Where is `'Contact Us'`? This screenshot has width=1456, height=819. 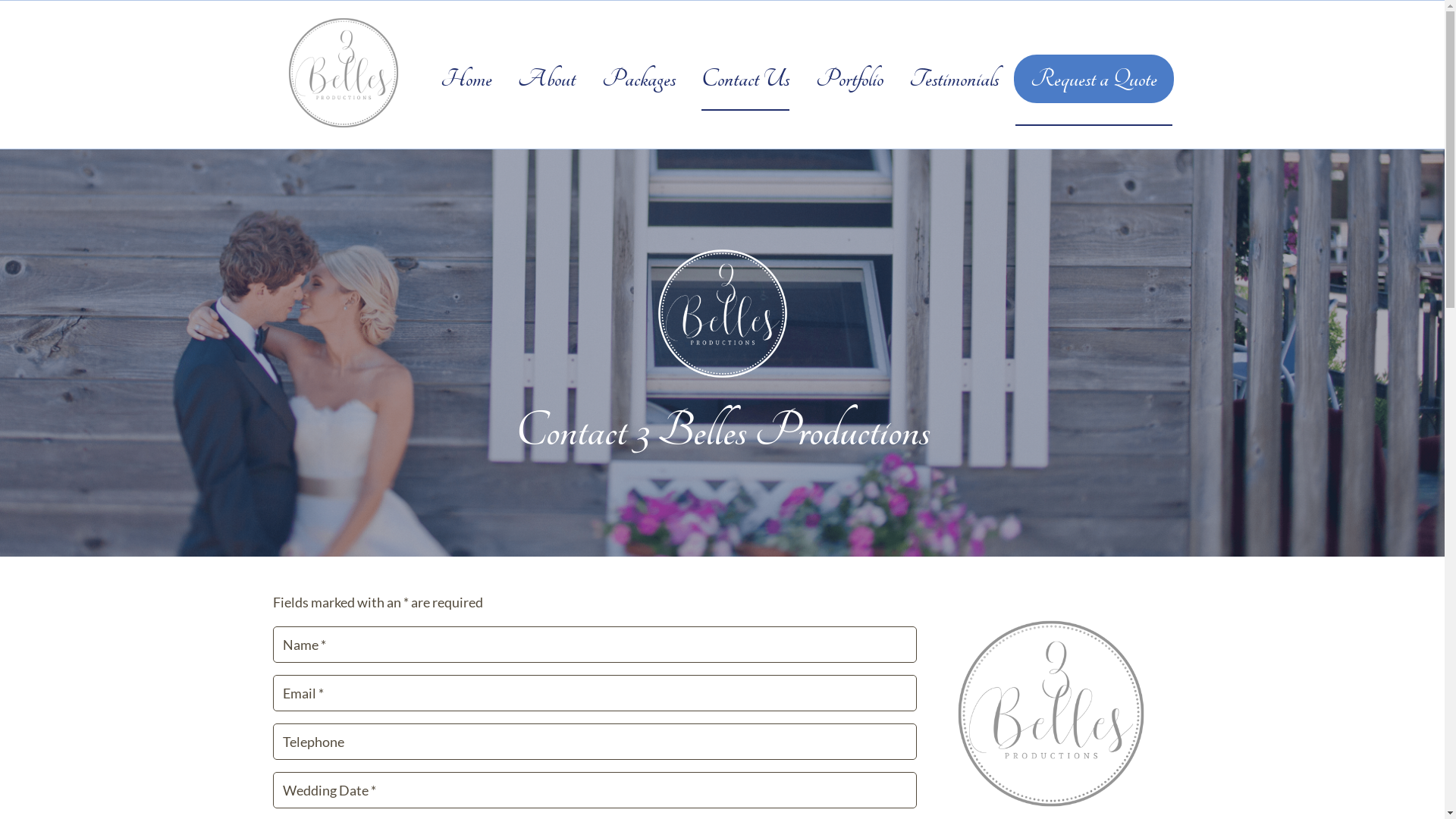
'Contact Us' is located at coordinates (701, 79).